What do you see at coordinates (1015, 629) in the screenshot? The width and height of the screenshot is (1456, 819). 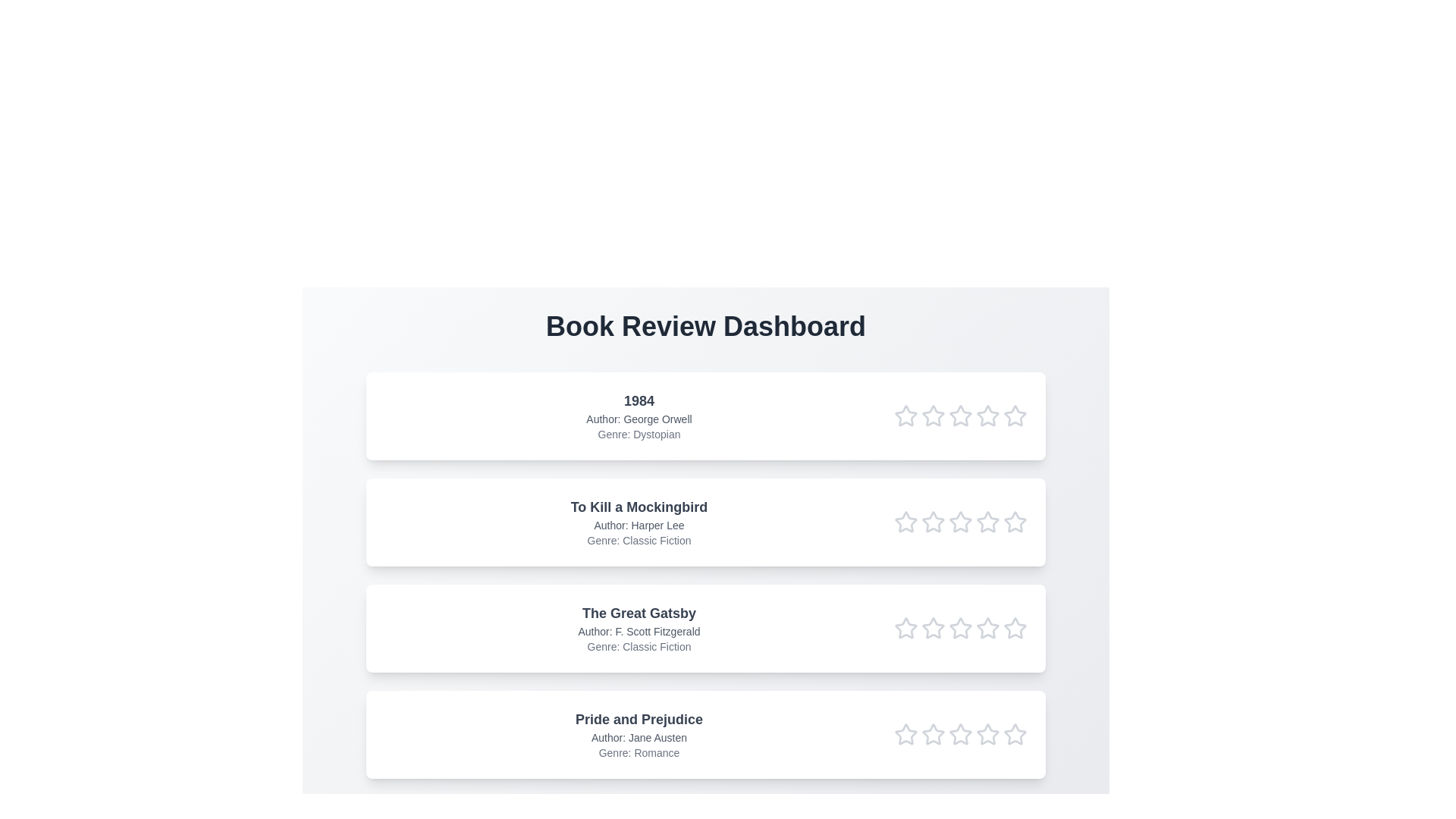 I see `the rating of the book 'The Great Gatsby' to 5 stars by clicking on the respective star` at bounding box center [1015, 629].